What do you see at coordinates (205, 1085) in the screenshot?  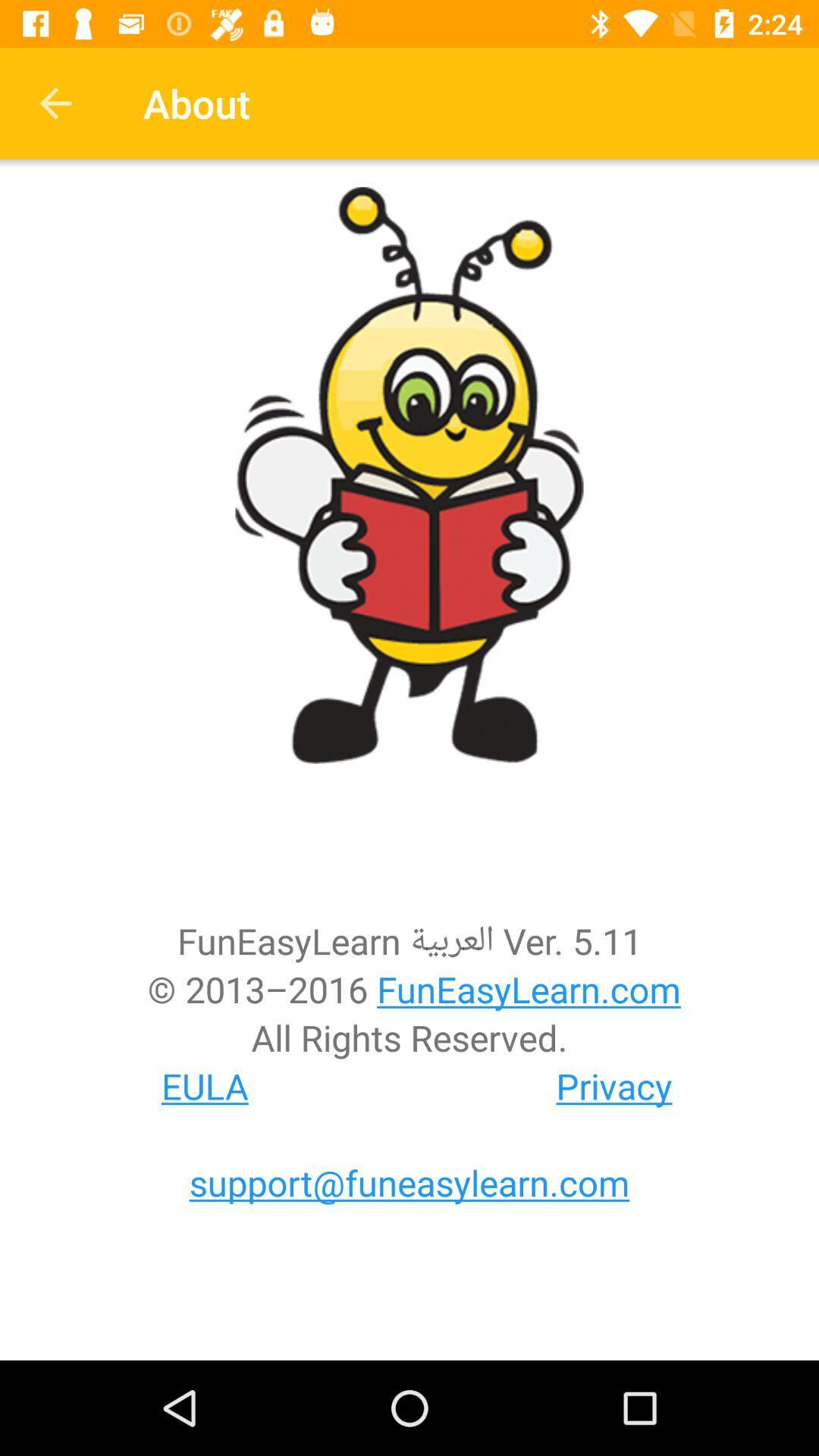 I see `icon next to privacy icon` at bounding box center [205, 1085].